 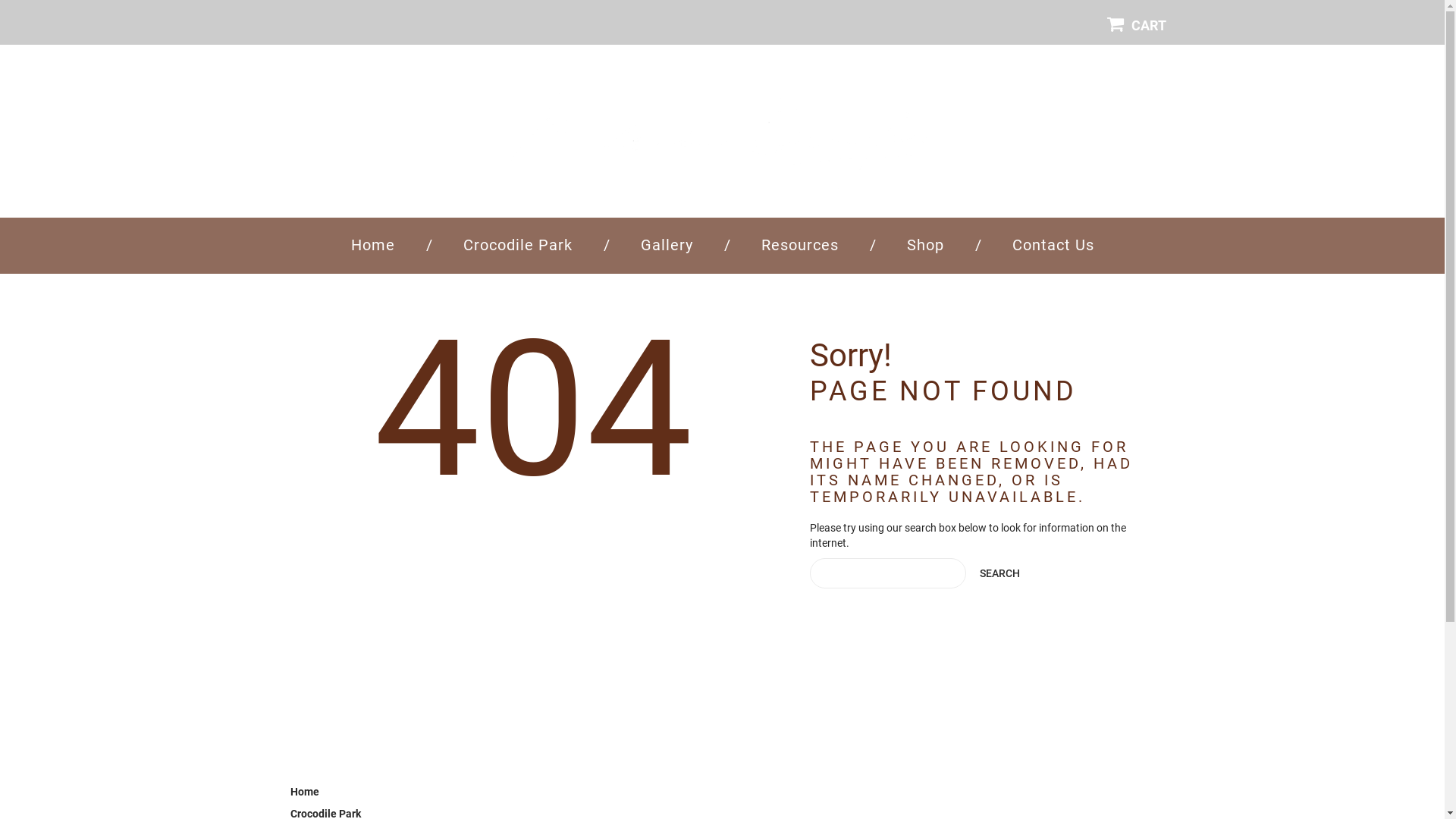 What do you see at coordinates (799, 244) in the screenshot?
I see `'Resources'` at bounding box center [799, 244].